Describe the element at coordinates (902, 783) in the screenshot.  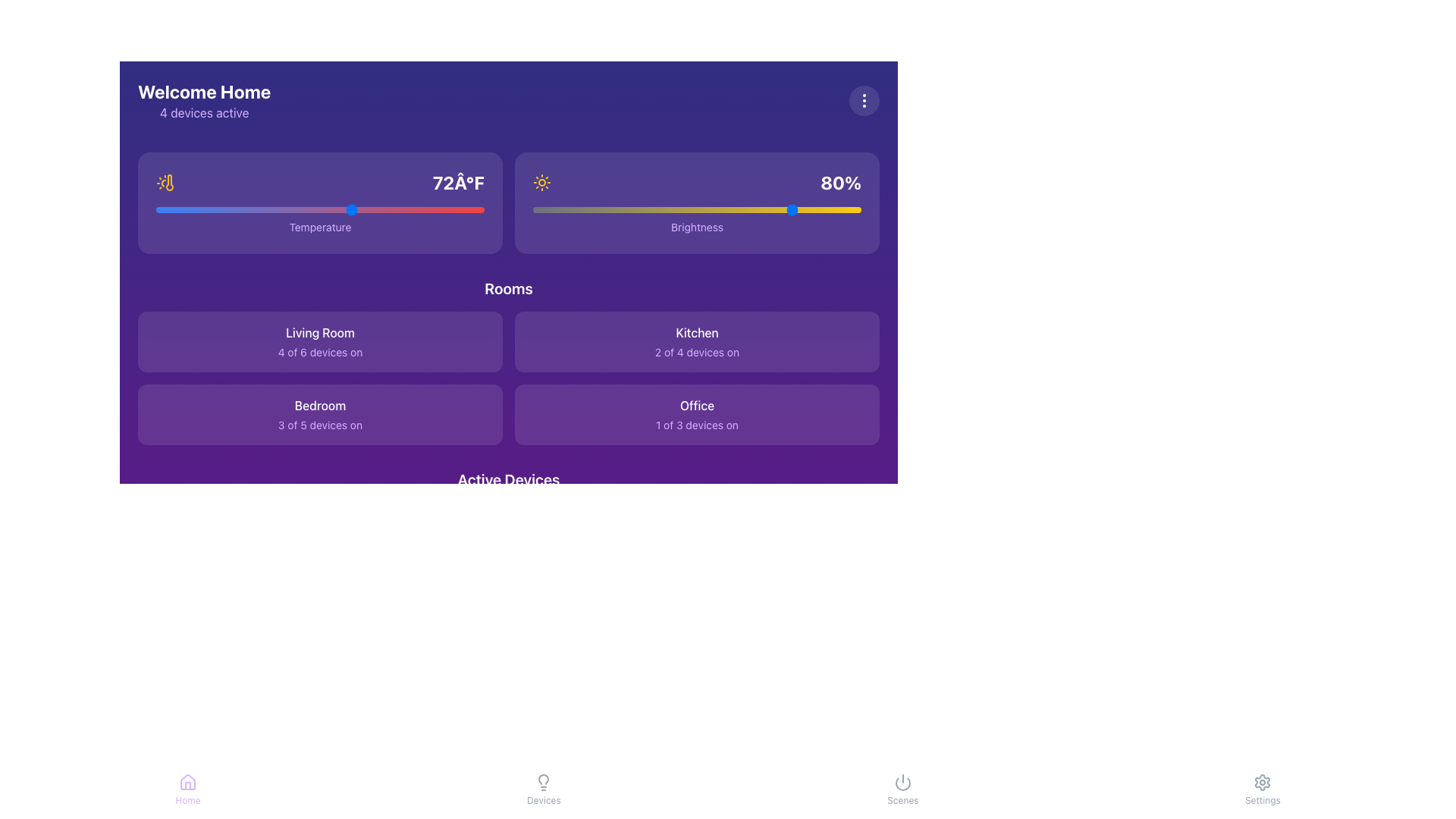
I see `the power icon located within the 'Scenes' navigation item on the far-right side of the bottom navigation bar` at that location.